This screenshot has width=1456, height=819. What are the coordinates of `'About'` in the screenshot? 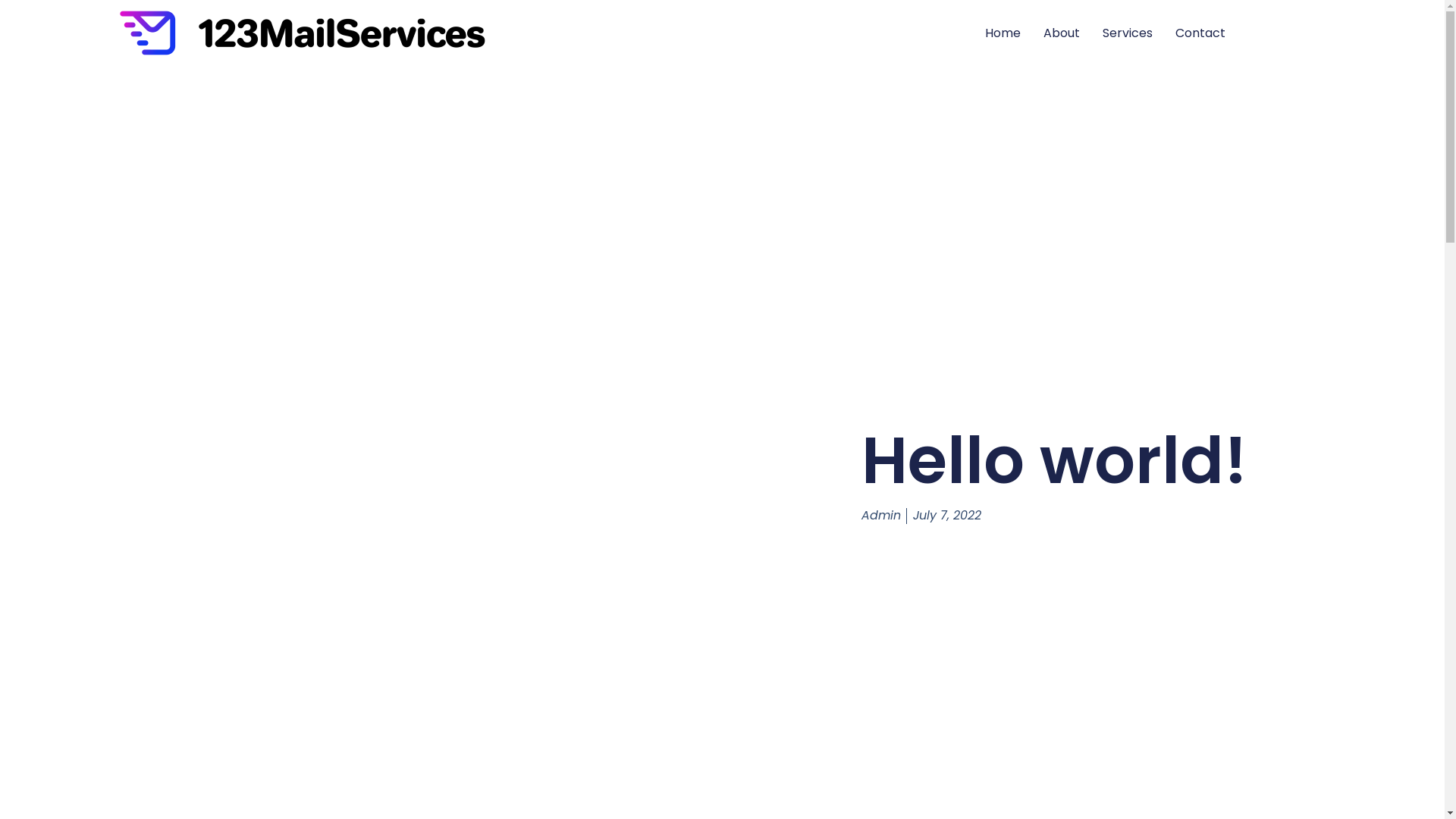 It's located at (1043, 33).